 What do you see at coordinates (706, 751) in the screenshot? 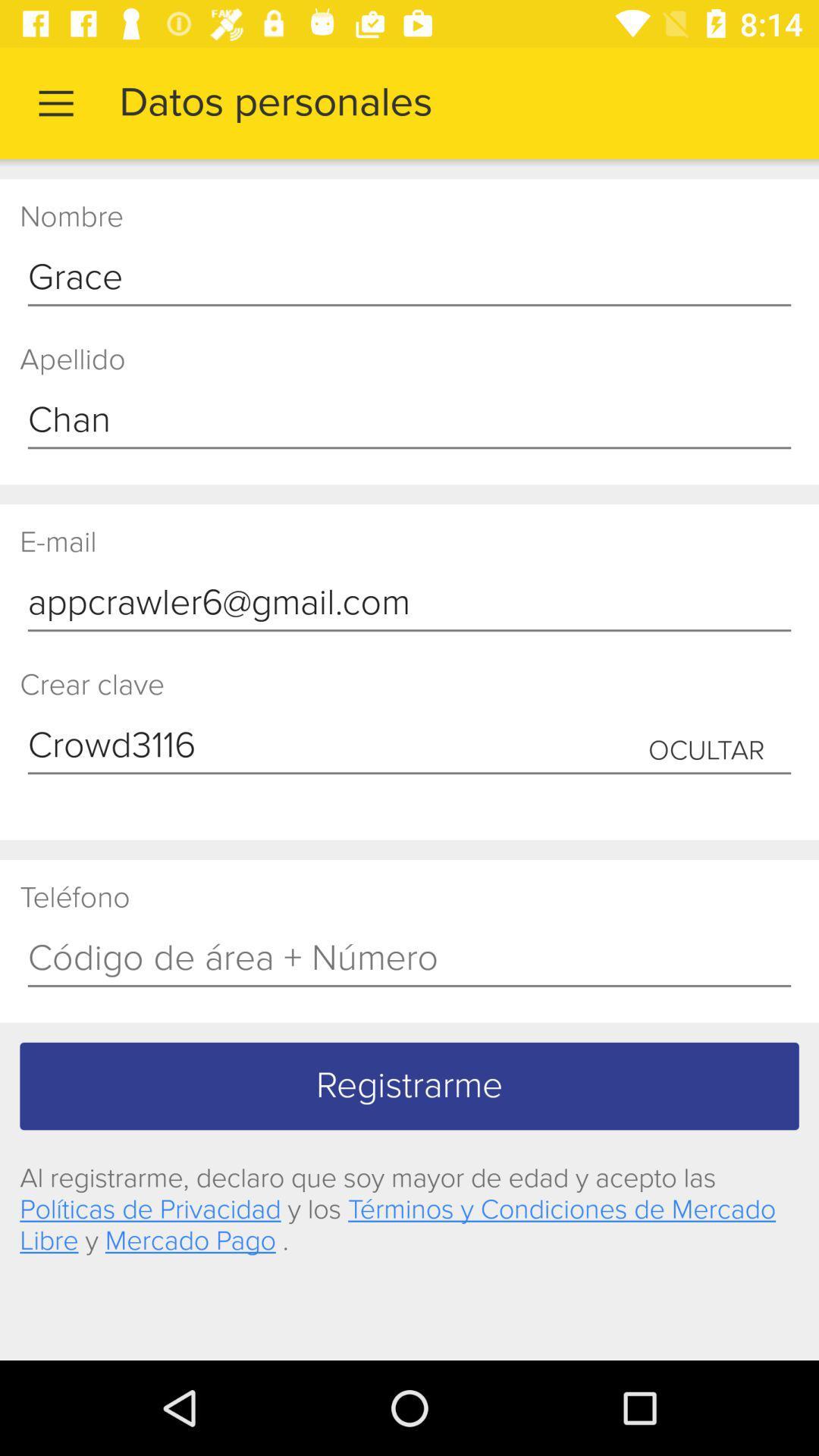
I see `icon to the right of the crear clave` at bounding box center [706, 751].